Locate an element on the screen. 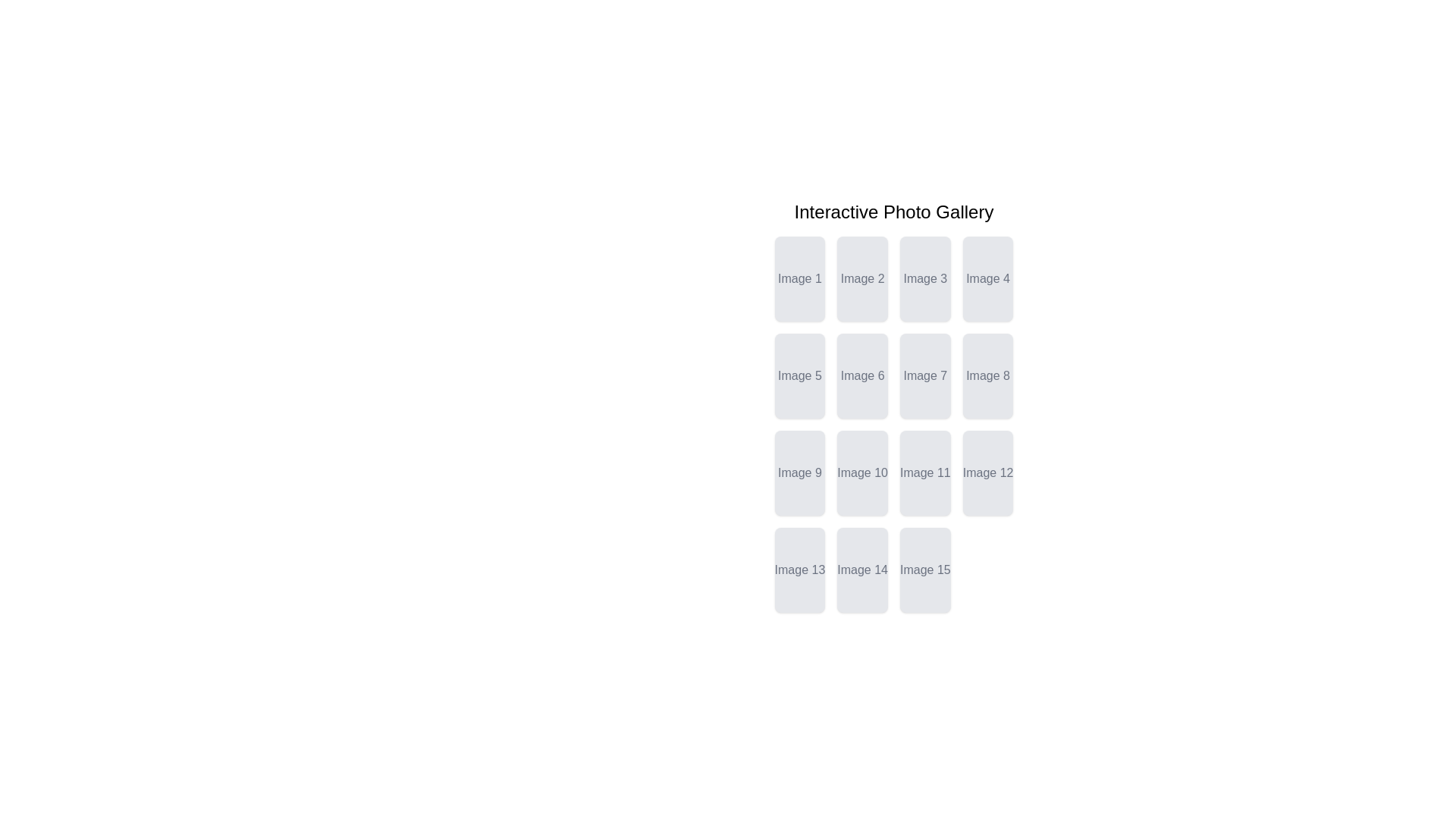 This screenshot has height=819, width=1456. the card displaying 'Image 4', which is the 4th item in the first row of a grid layout is located at coordinates (988, 278).